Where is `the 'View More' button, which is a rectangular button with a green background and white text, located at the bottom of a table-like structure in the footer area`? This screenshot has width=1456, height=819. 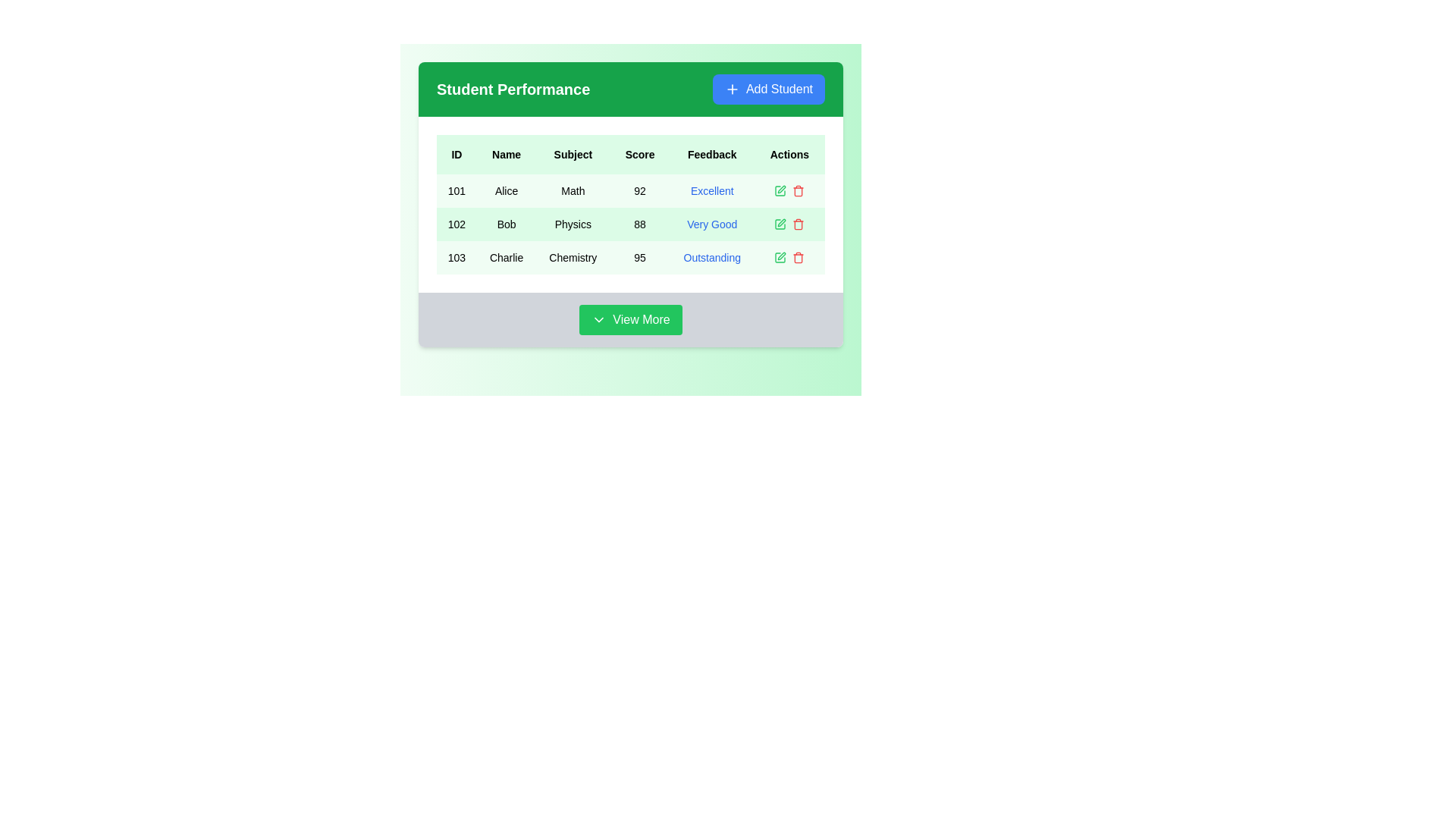
the 'View More' button, which is a rectangular button with a green background and white text, located at the bottom of a table-like structure in the footer area is located at coordinates (630, 318).